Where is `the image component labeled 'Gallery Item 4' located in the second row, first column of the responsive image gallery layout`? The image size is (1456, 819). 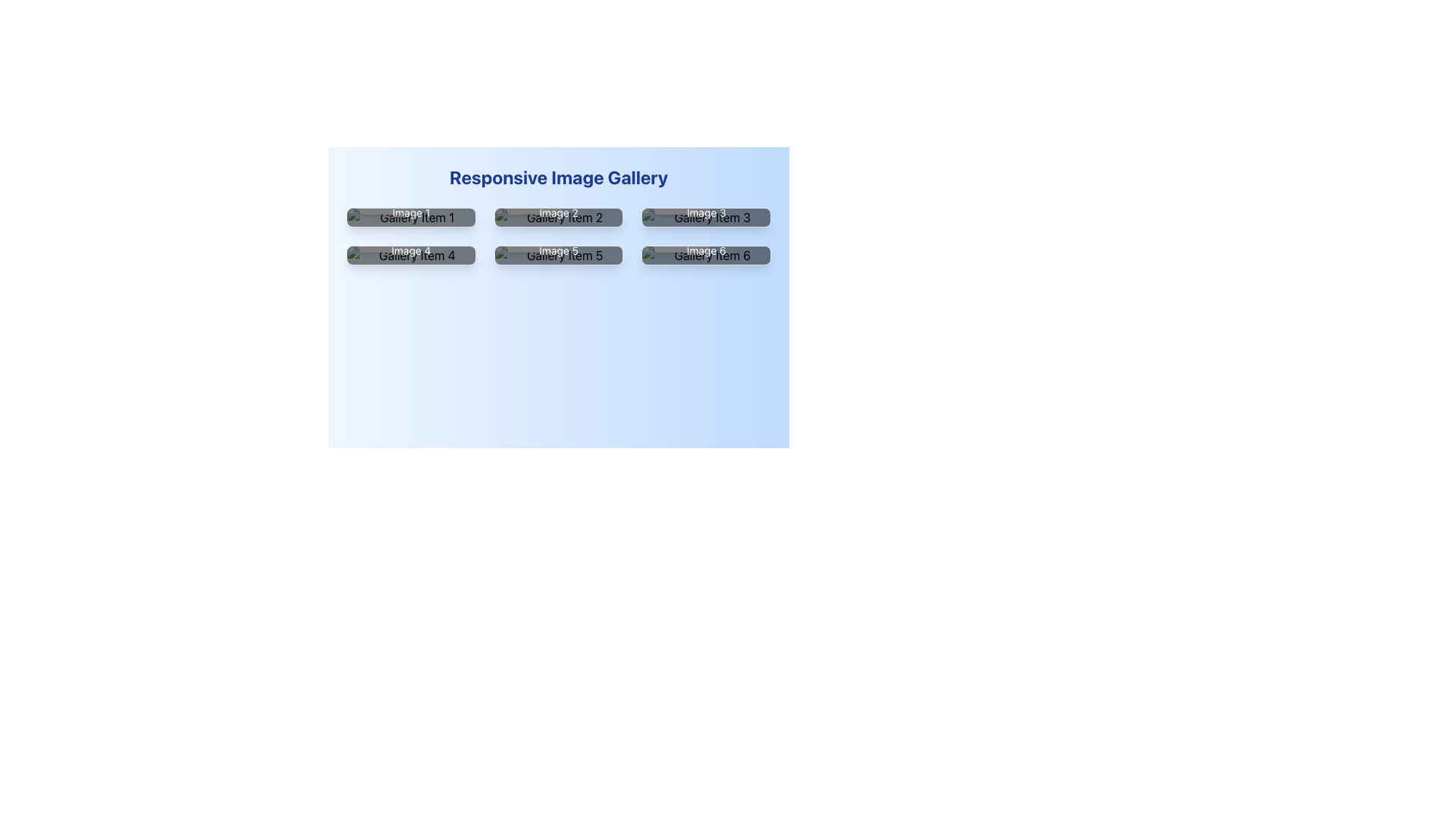 the image component labeled 'Gallery Item 4' located in the second row, first column of the responsive image gallery layout is located at coordinates (411, 254).